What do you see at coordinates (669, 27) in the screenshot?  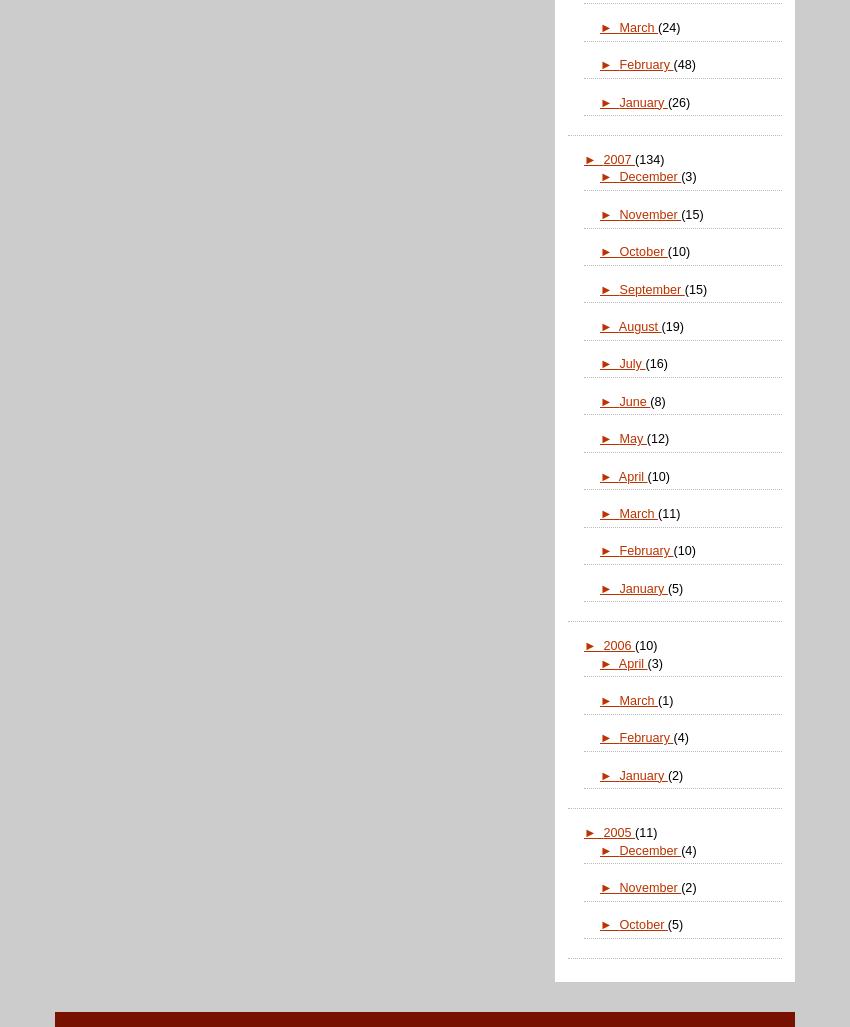 I see `'(24)'` at bounding box center [669, 27].